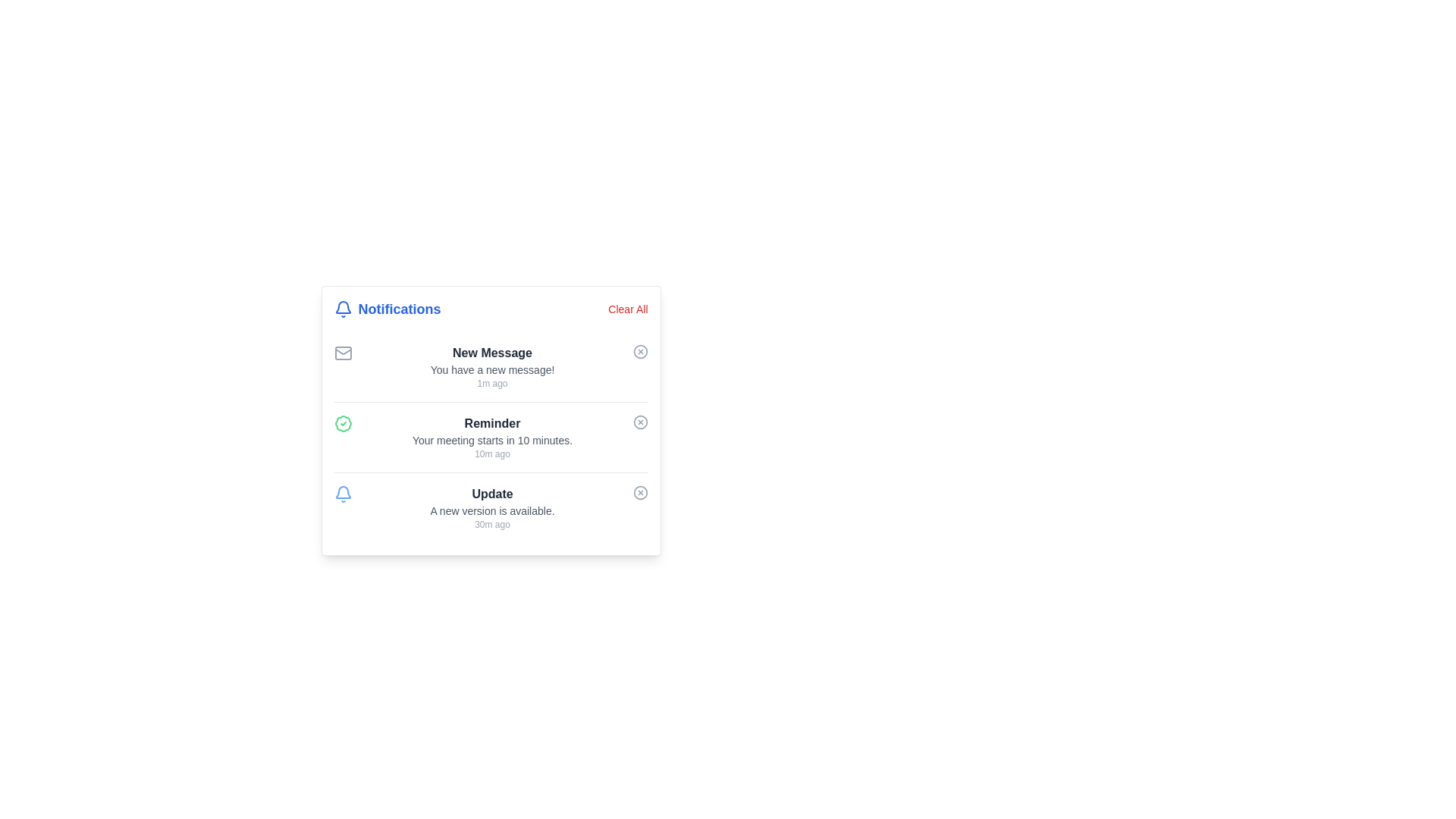  What do you see at coordinates (640, 422) in the screenshot?
I see `the decorative graphical circle element located next to the 'Reminder' notification icon` at bounding box center [640, 422].